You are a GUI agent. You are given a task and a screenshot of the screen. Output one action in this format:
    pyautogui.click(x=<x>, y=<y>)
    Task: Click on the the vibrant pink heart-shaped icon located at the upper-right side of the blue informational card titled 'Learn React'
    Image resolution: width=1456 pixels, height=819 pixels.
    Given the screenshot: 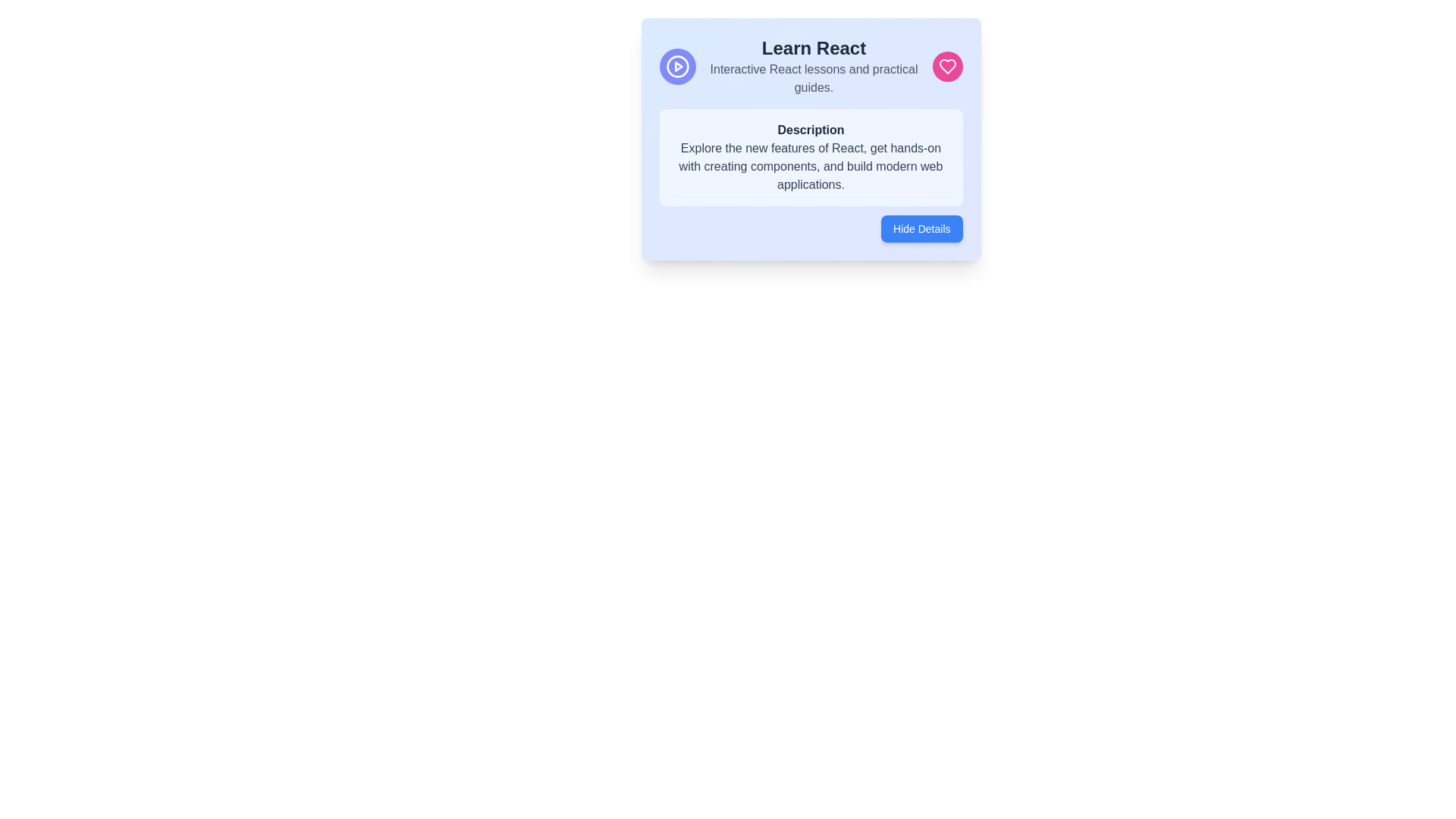 What is the action you would take?
    pyautogui.click(x=946, y=66)
    